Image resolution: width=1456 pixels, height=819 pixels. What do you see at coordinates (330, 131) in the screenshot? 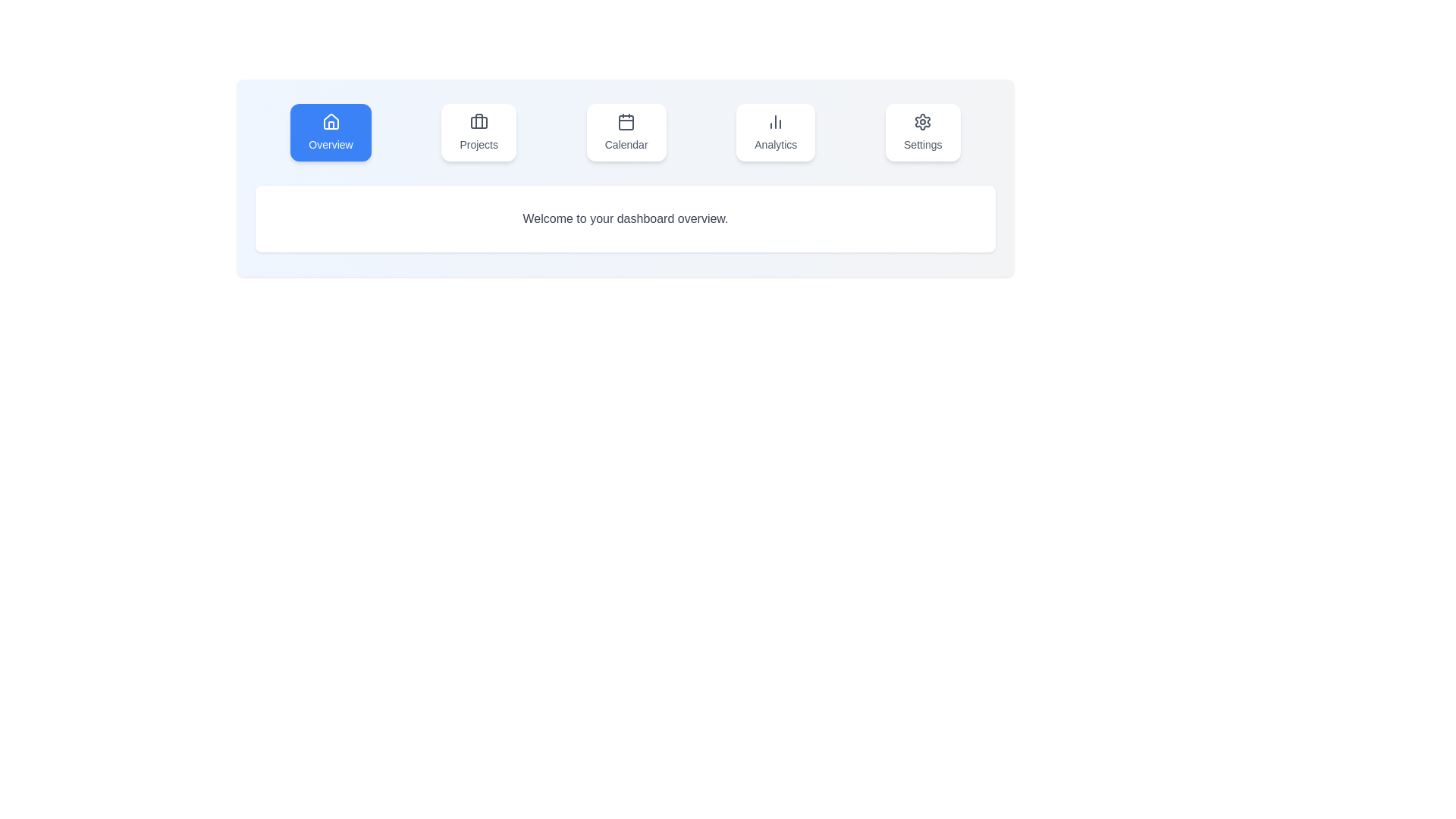
I see `the 'Overview' button, which is a blue rectangular button with a house-shaped icon and white text, located at the top-left area of the navigation row` at bounding box center [330, 131].